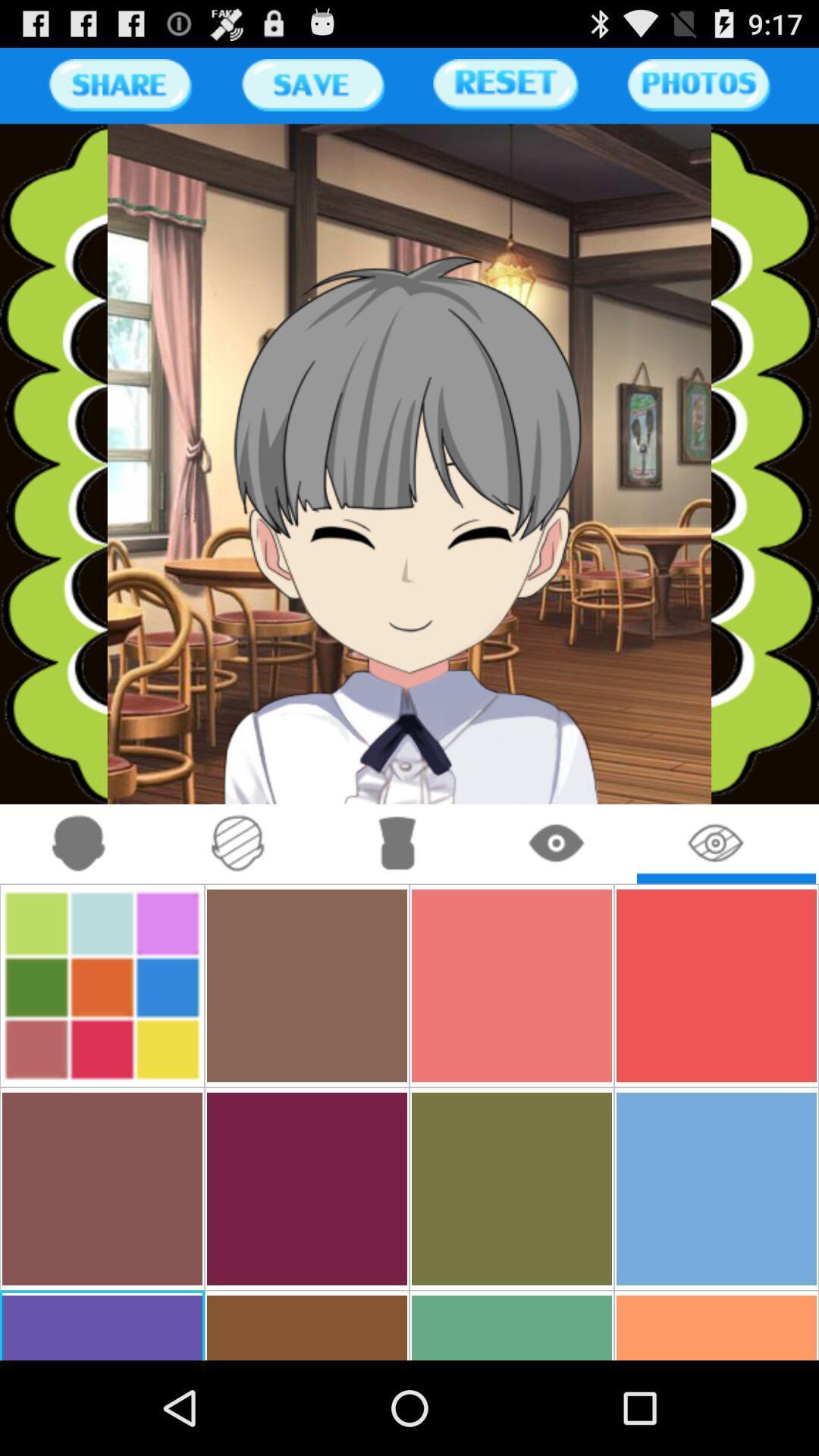 This screenshot has height=1456, width=819. What do you see at coordinates (698, 84) in the screenshot?
I see `photos` at bounding box center [698, 84].